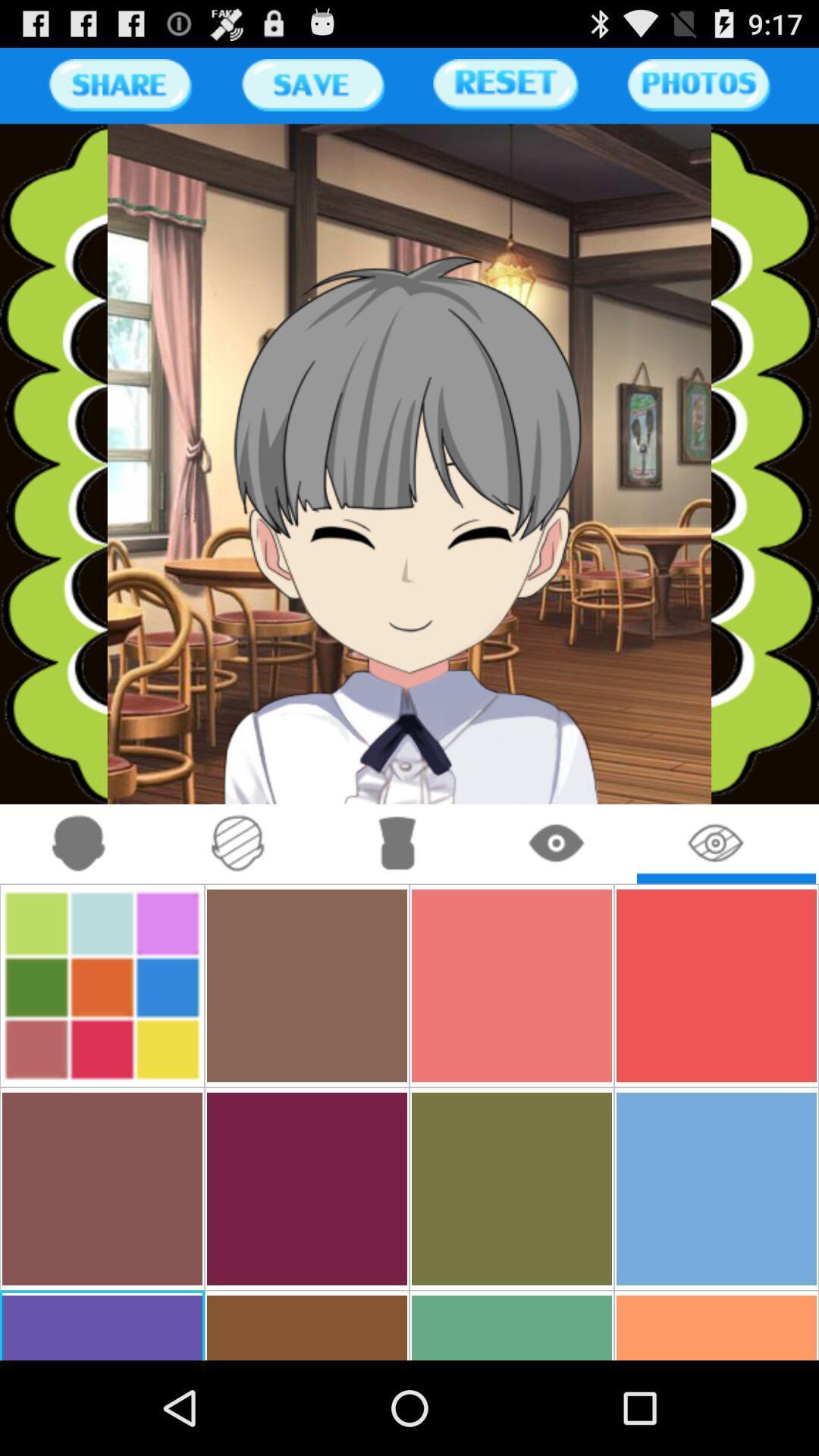 This screenshot has height=1456, width=819. What do you see at coordinates (698, 84) in the screenshot?
I see `photos` at bounding box center [698, 84].